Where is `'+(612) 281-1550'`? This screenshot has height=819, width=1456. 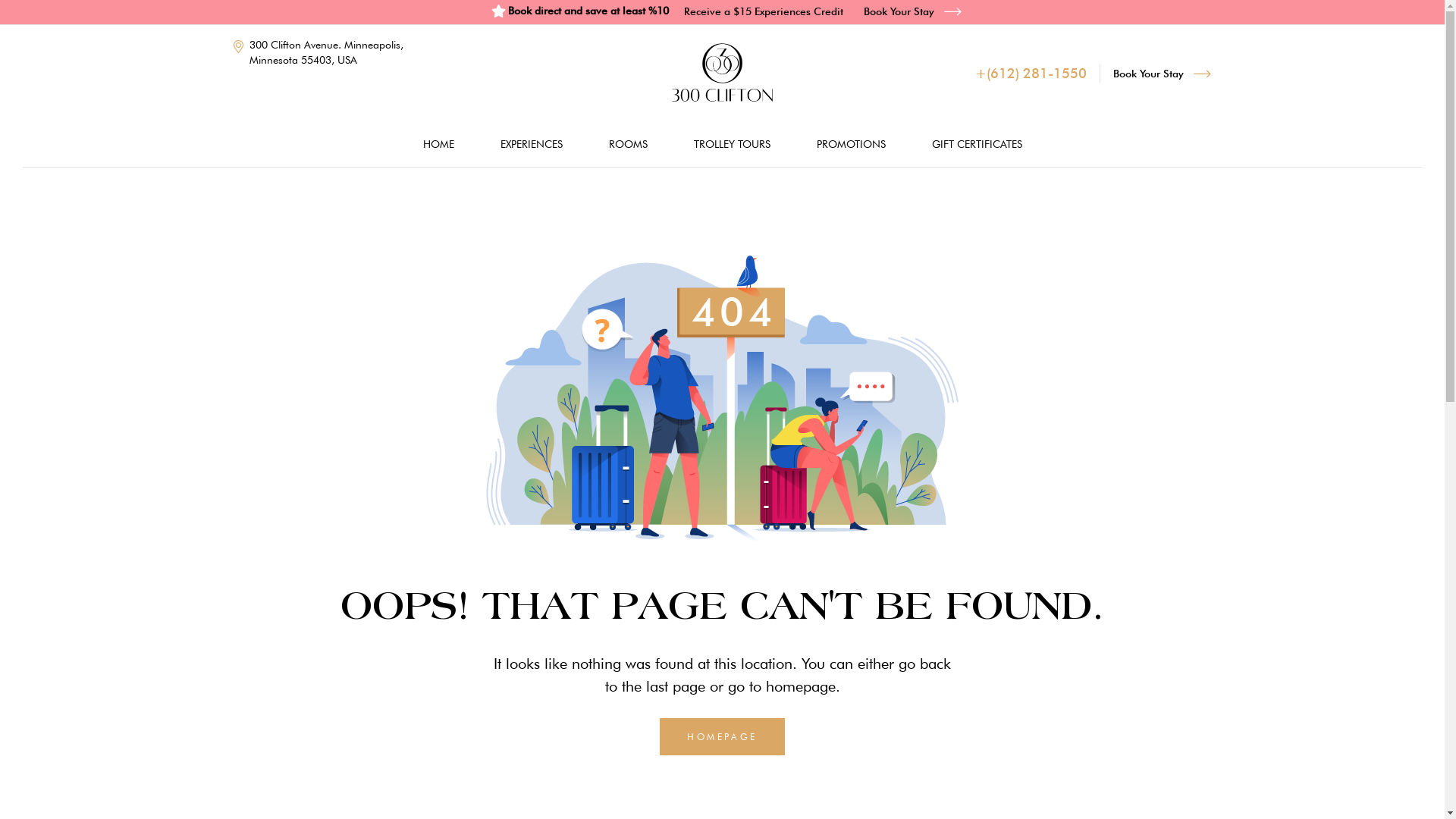
'+(612) 281-1550' is located at coordinates (1031, 73).